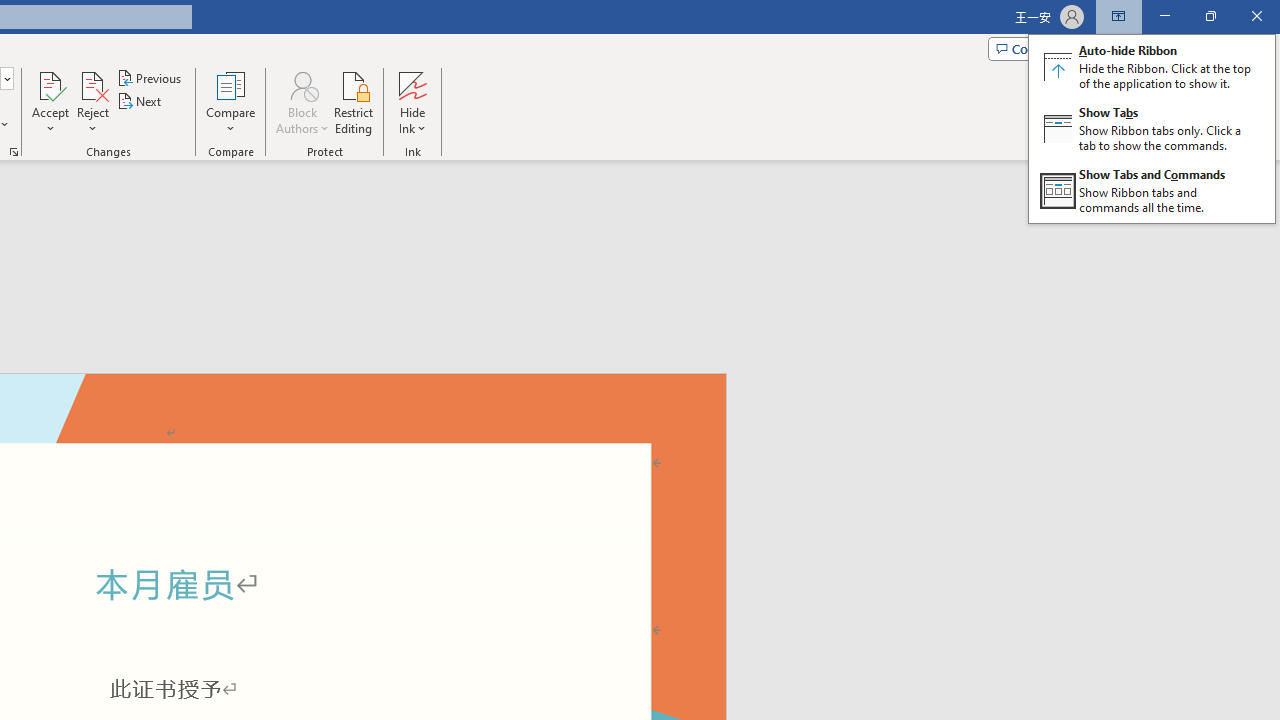 The height and width of the screenshot is (720, 1280). I want to click on 'Hide Ink', so click(411, 103).